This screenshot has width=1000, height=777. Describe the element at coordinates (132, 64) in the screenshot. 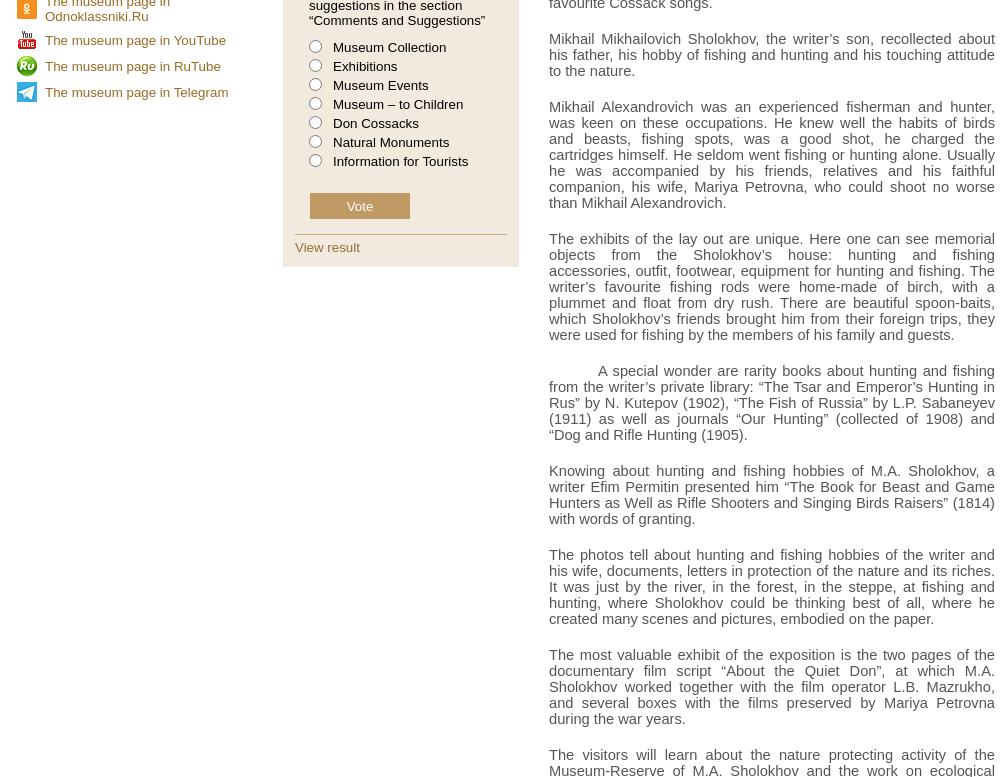

I see `'The museum page in RuTube'` at that location.